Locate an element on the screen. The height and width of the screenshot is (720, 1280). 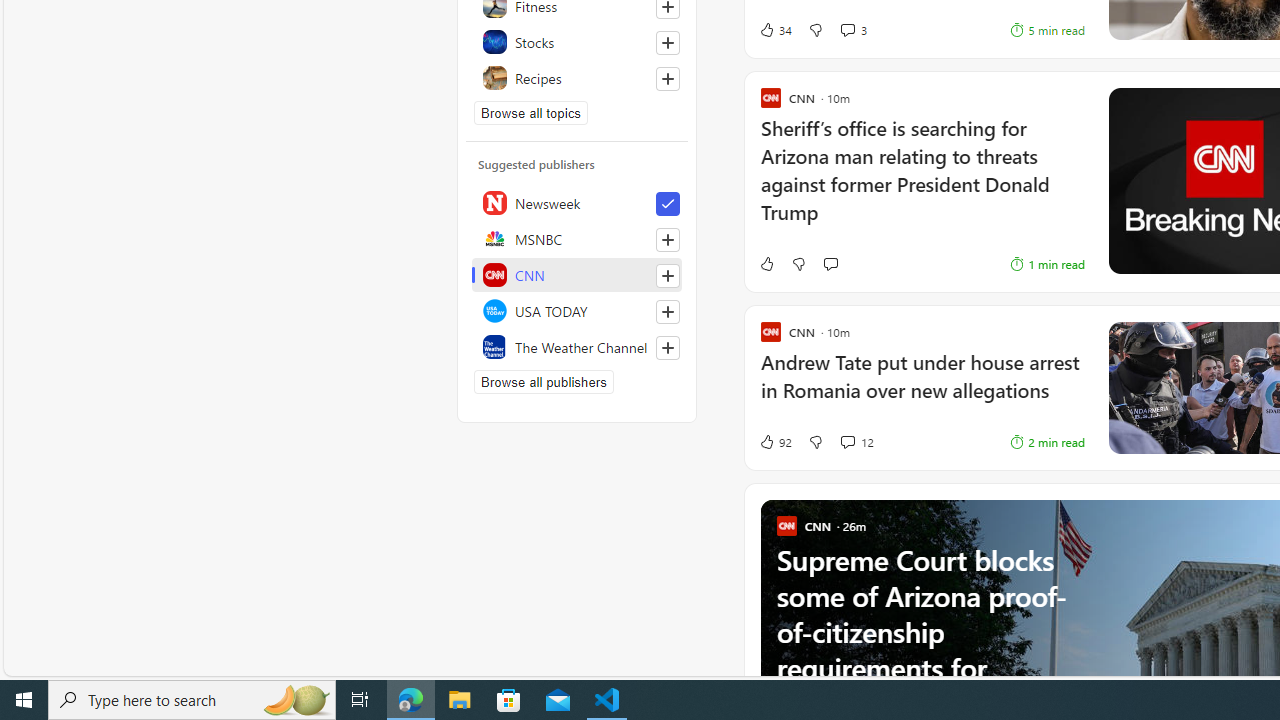
'USA TODAY' is located at coordinates (576, 311).